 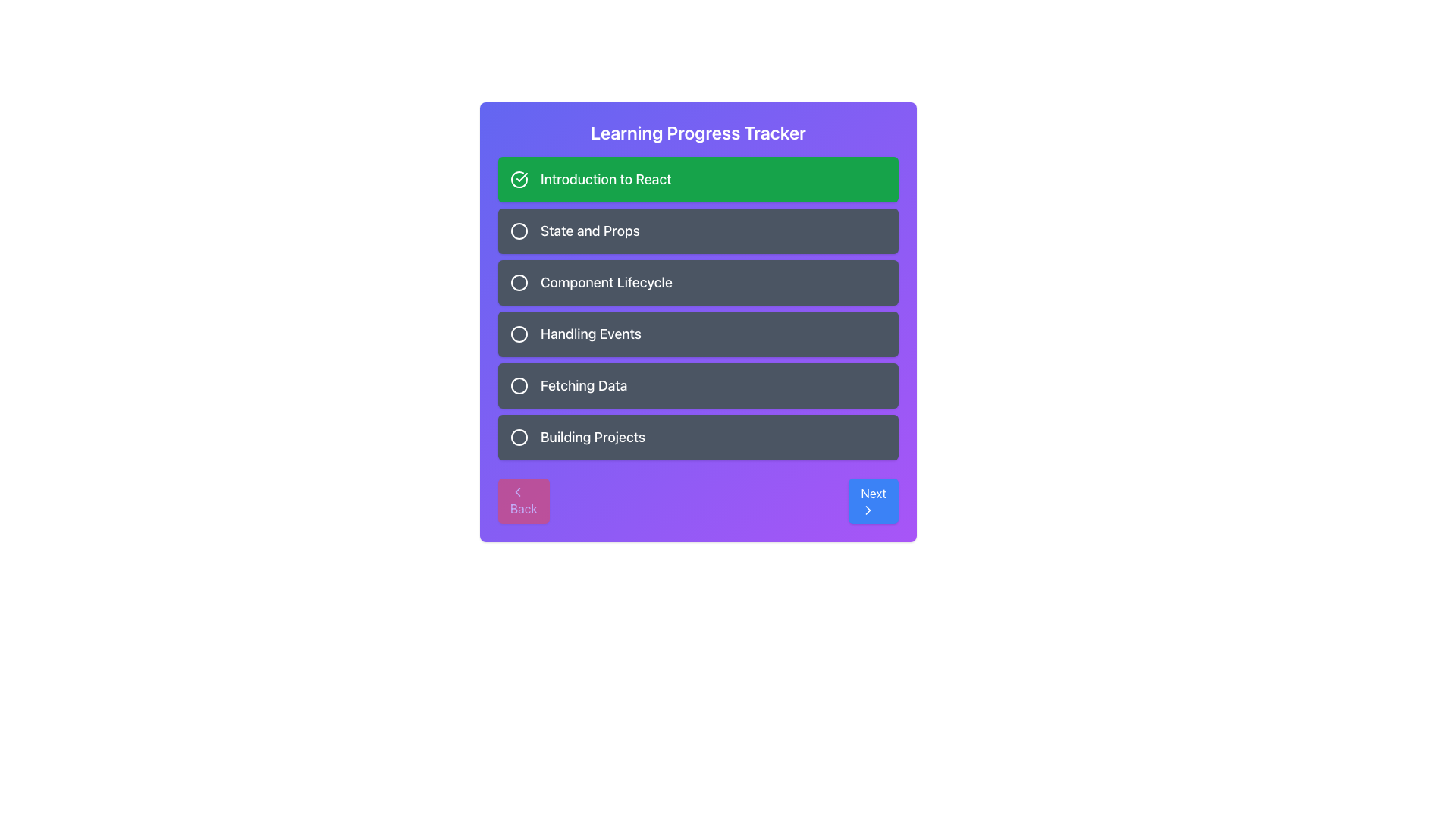 I want to click on the 'Next' button which contains the right-facing chevron arrow icon used for navigation, so click(x=868, y=510).